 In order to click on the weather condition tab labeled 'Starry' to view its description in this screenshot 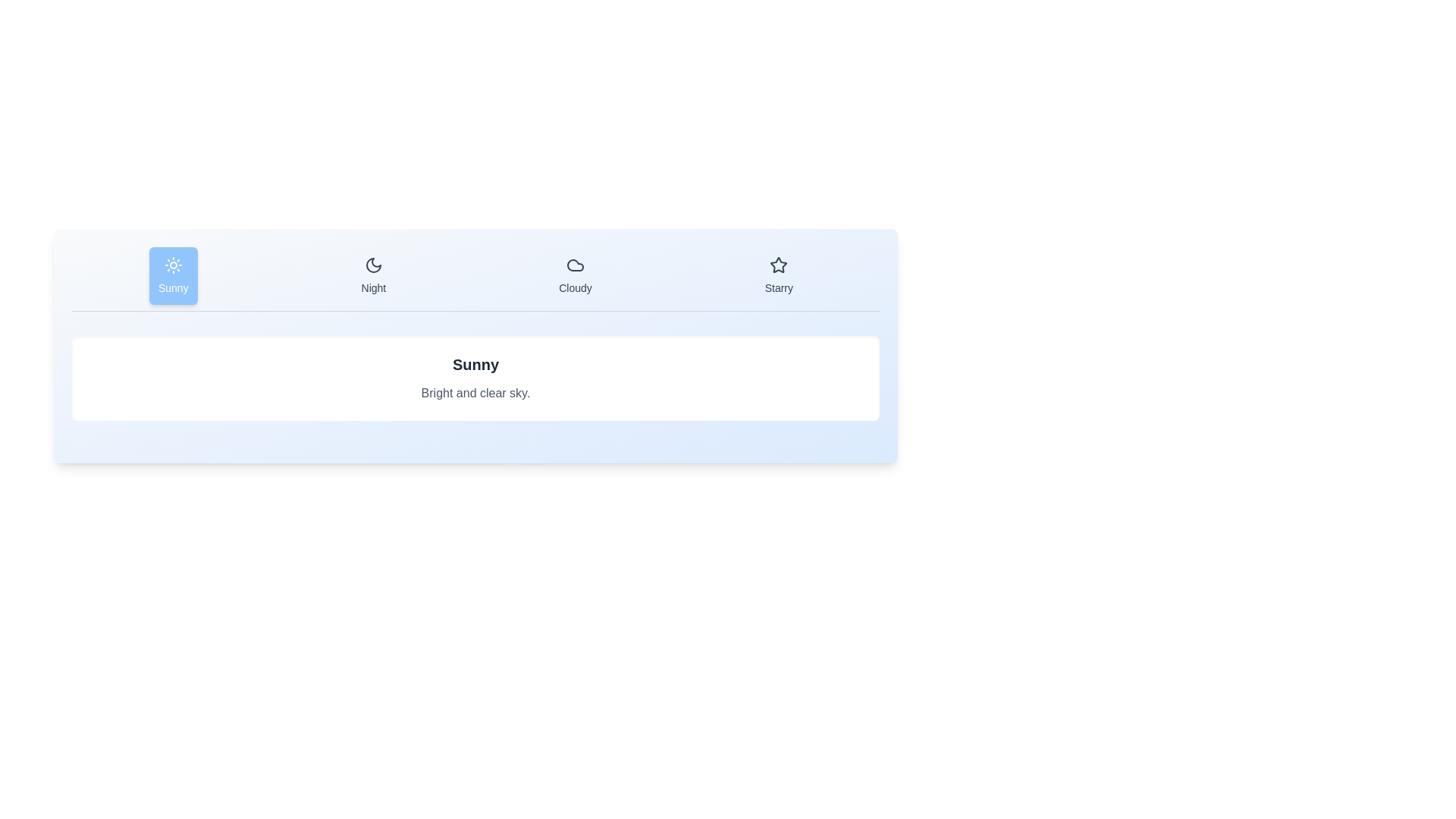, I will do `click(779, 275)`.